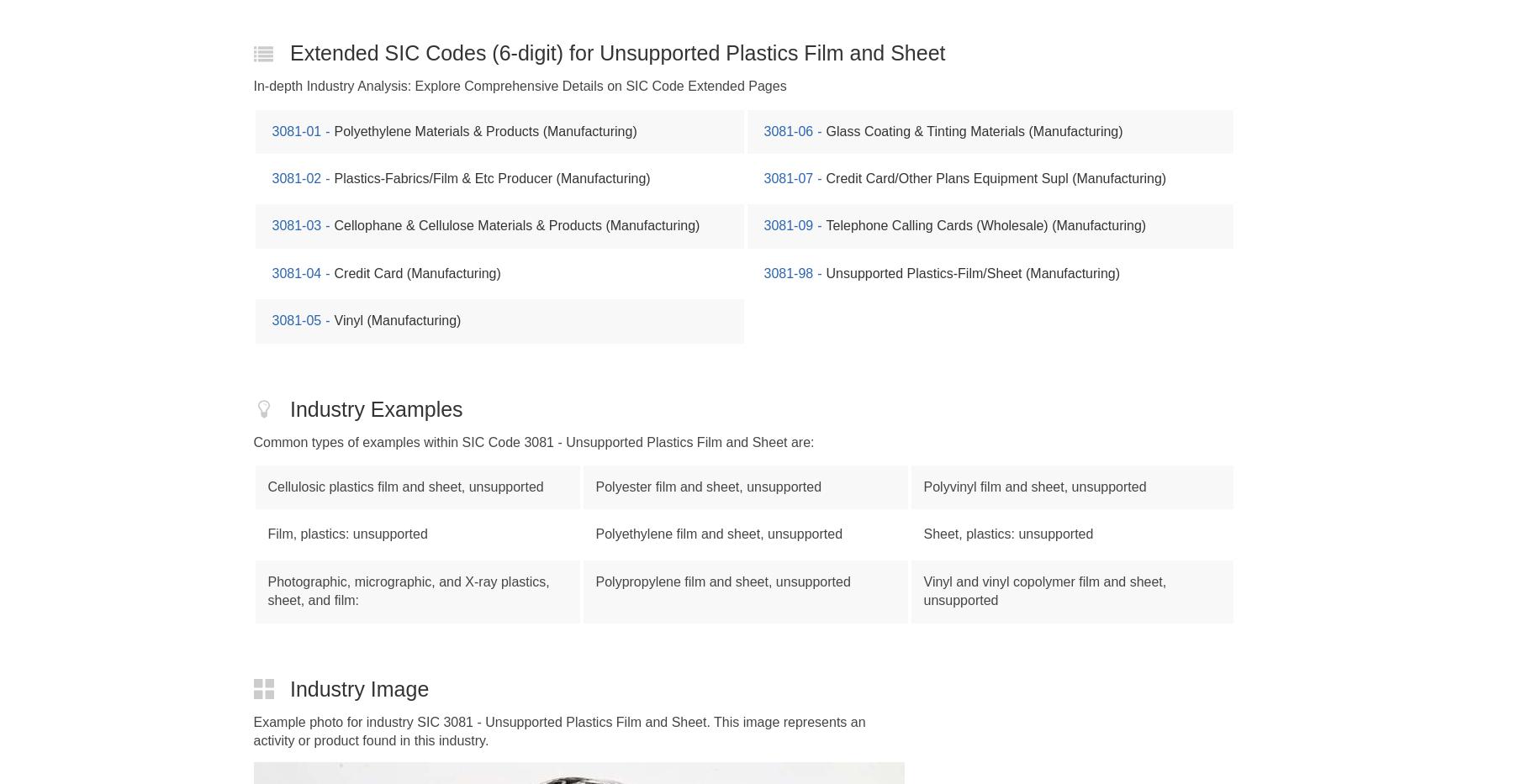 The width and height of the screenshot is (1516, 784). I want to click on 'Common types of examples within SIC Code 3081 - Unsupported Plastics Film and Sheet are:', so click(252, 440).